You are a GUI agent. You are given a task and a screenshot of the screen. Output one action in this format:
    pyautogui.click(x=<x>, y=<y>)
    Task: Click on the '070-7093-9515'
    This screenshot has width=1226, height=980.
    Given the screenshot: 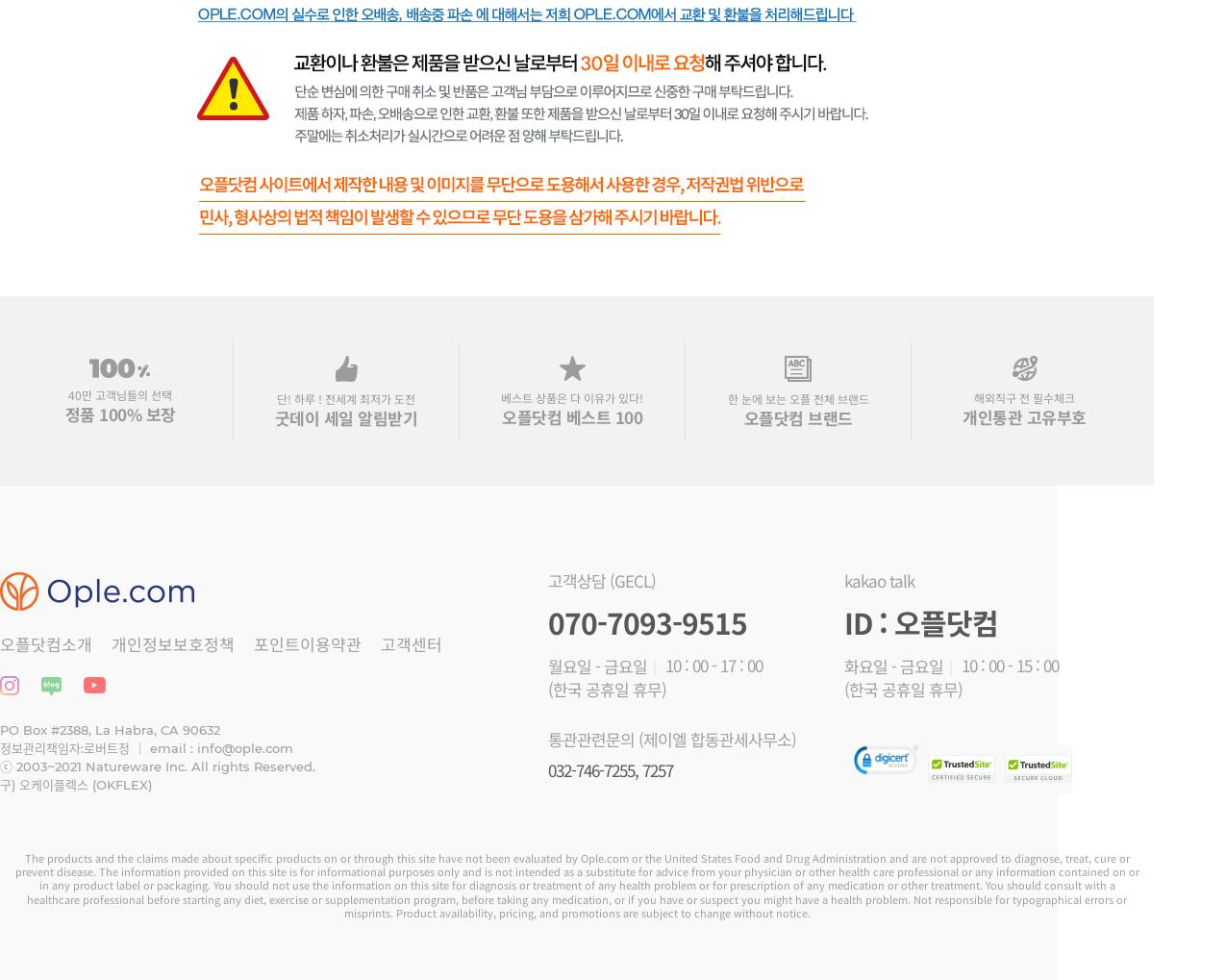 What is the action you would take?
    pyautogui.click(x=547, y=621)
    